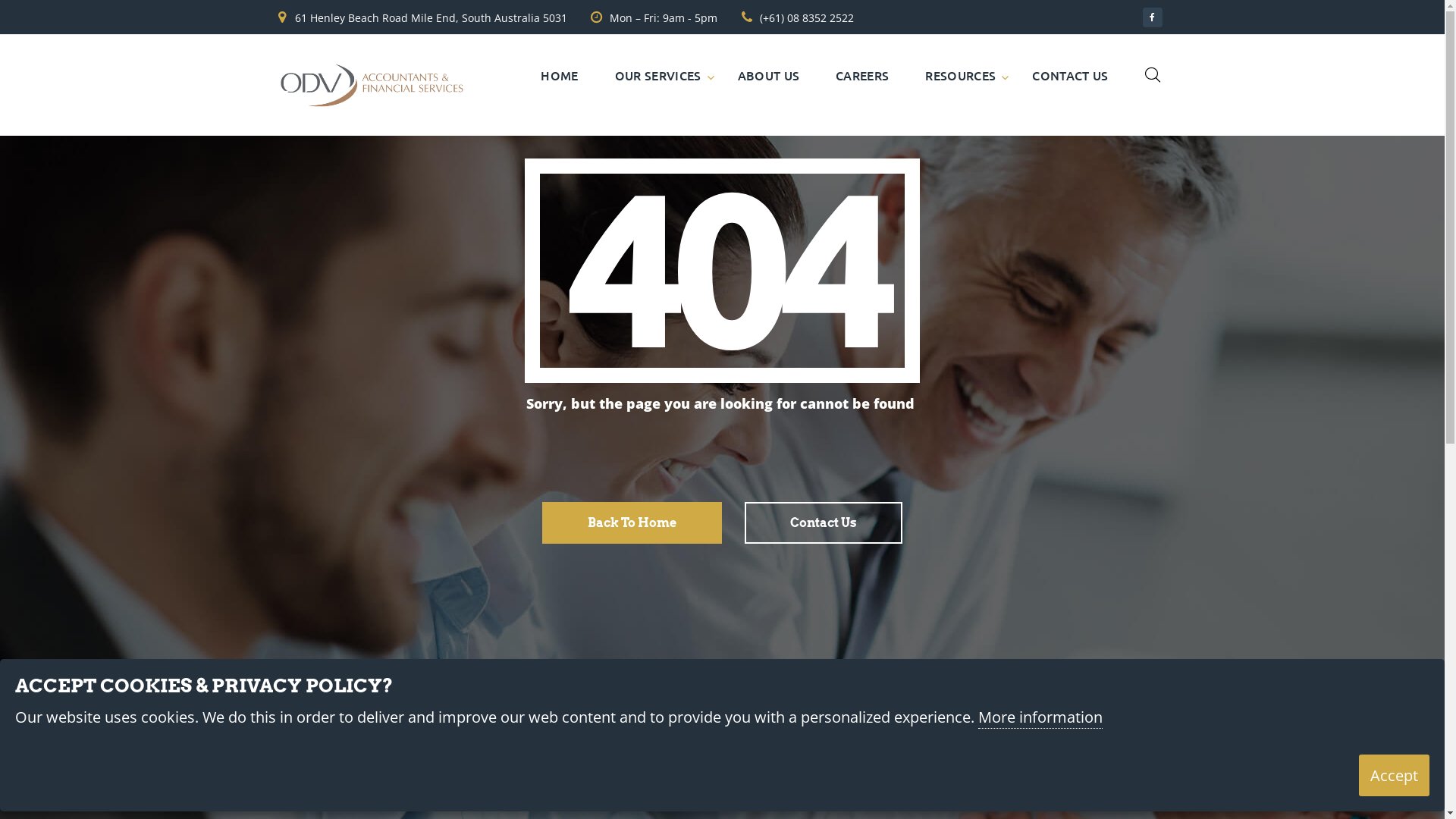 Image resolution: width=1456 pixels, height=819 pixels. I want to click on '(+61) 08 8352 2522', so click(806, 17).